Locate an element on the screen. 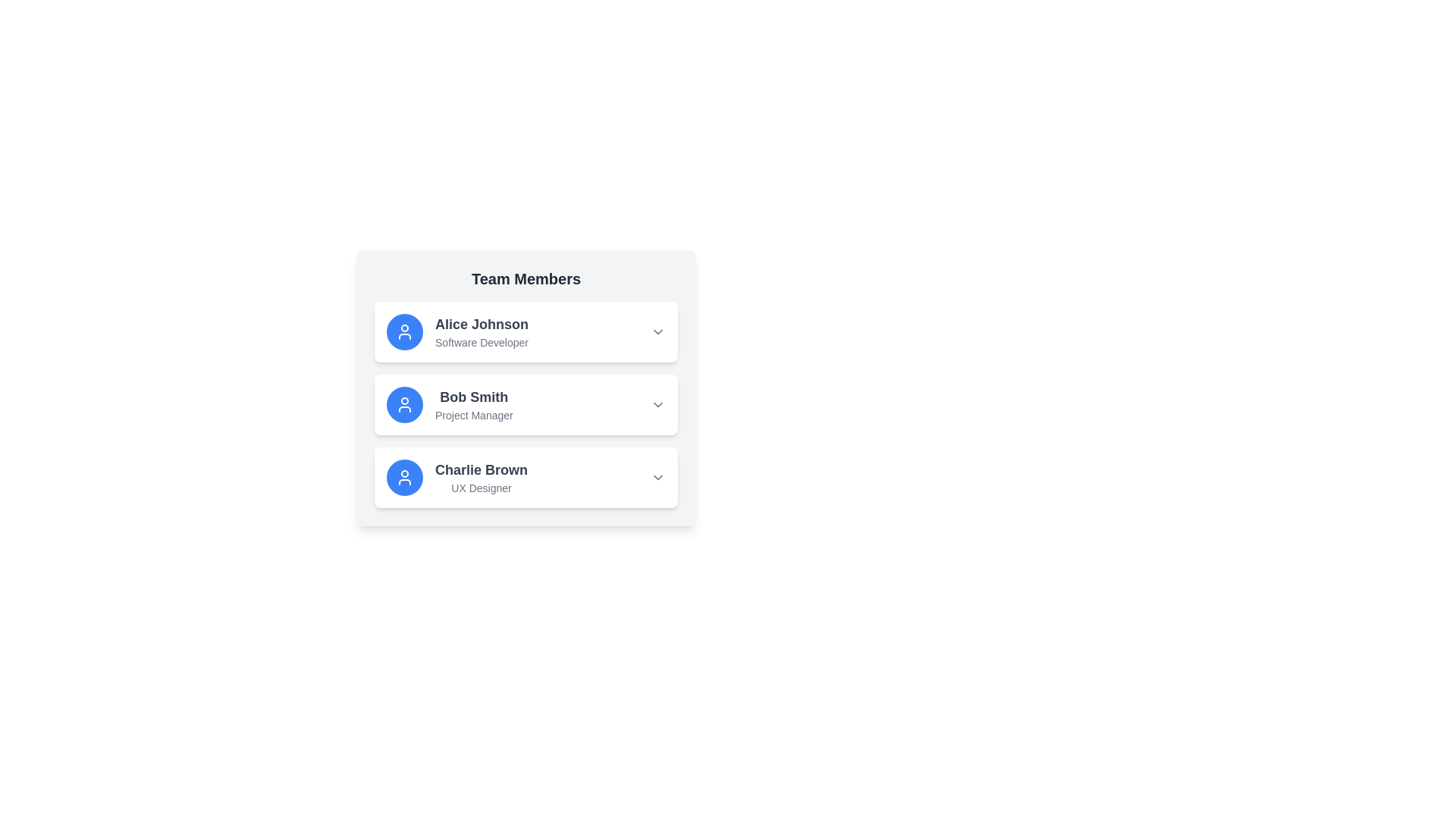 Image resolution: width=1456 pixels, height=819 pixels. the text label component displaying 'Bob Smith', which is a bold and enlarged text in dark gray on a white background, positioned centrally as the second entry in a vertically stacked list is located at coordinates (473, 397).